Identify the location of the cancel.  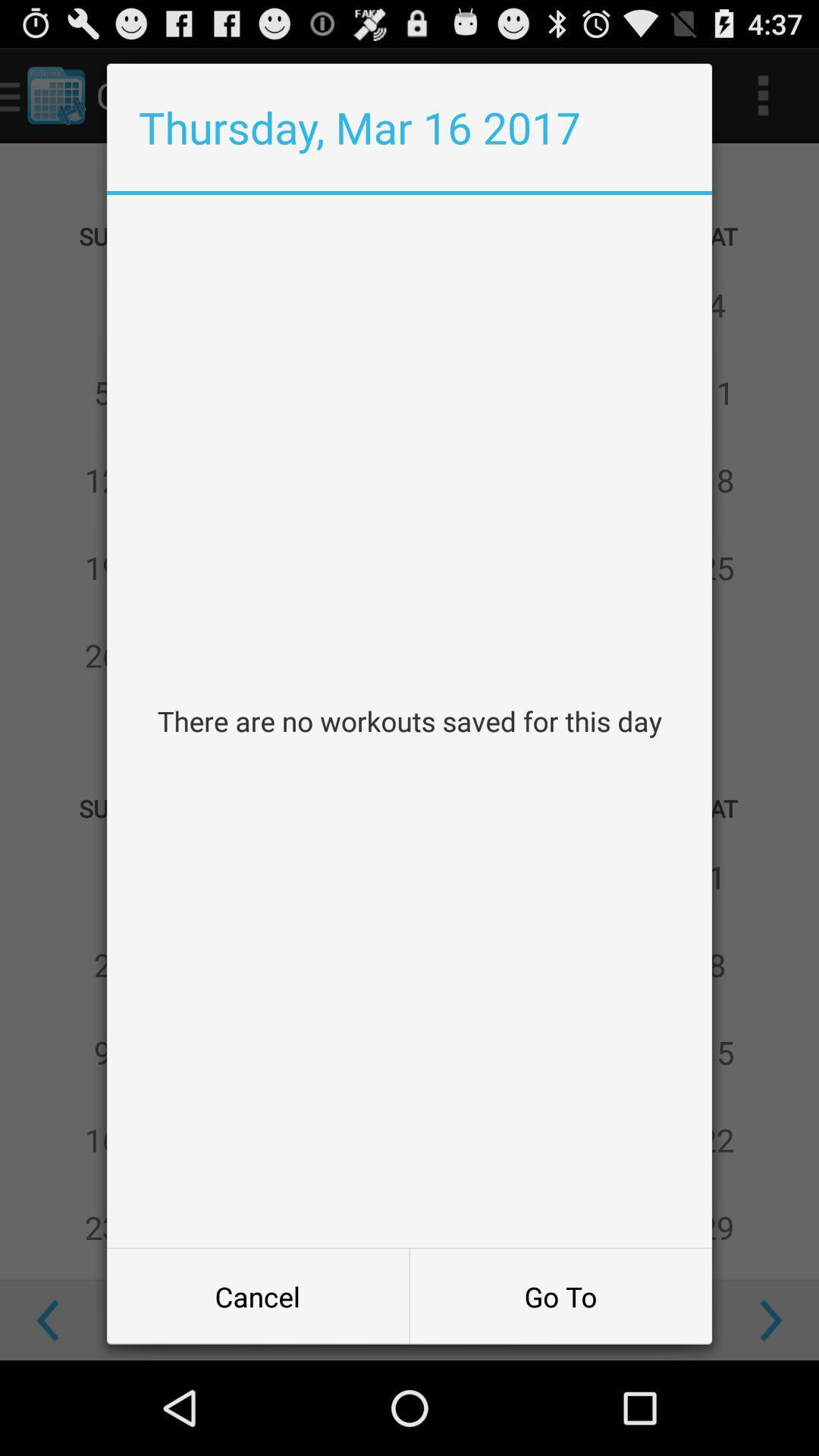
(257, 1295).